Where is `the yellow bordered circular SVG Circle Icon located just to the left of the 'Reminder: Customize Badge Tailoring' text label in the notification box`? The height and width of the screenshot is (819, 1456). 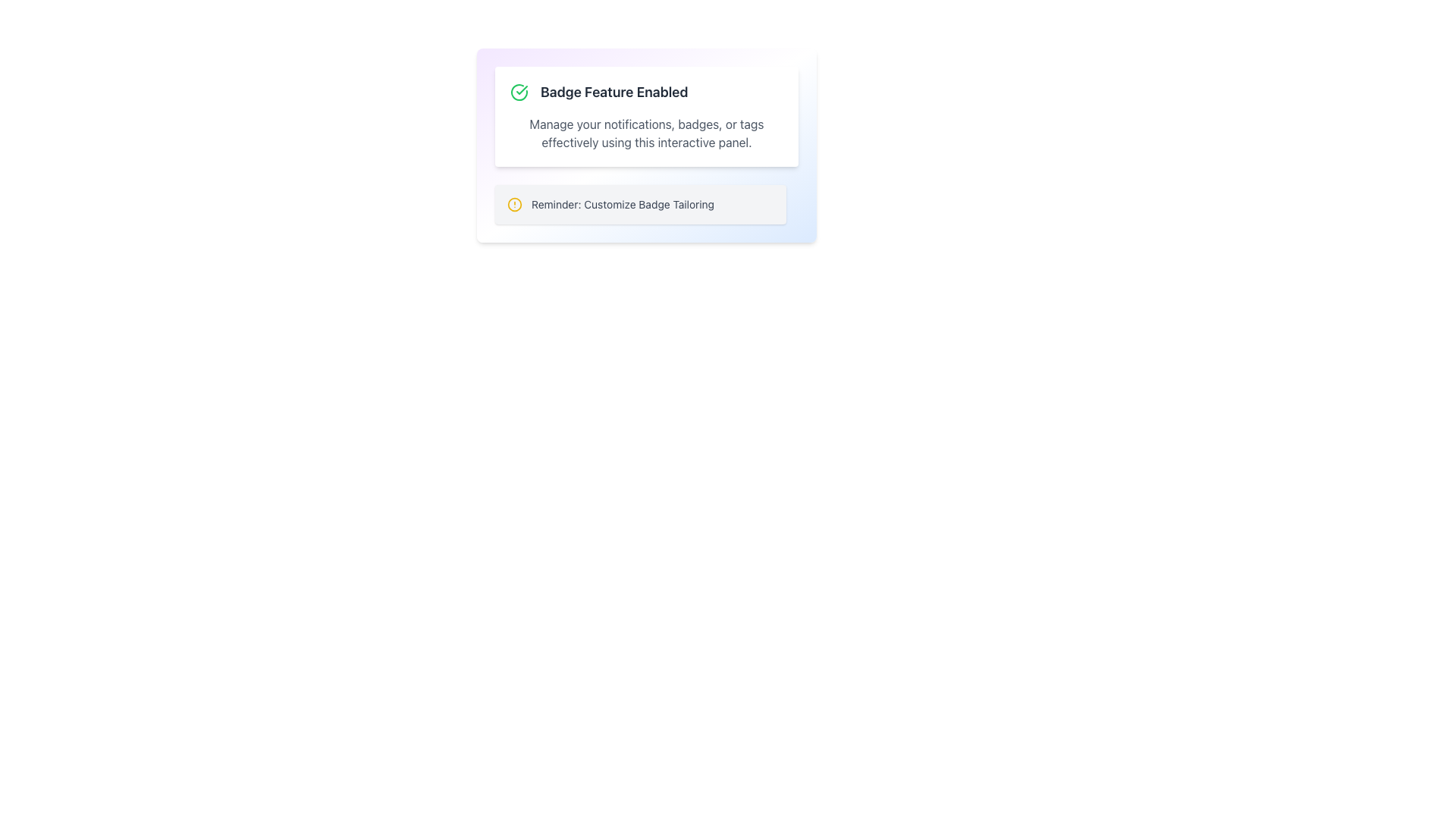 the yellow bordered circular SVG Circle Icon located just to the left of the 'Reminder: Customize Badge Tailoring' text label in the notification box is located at coordinates (514, 205).